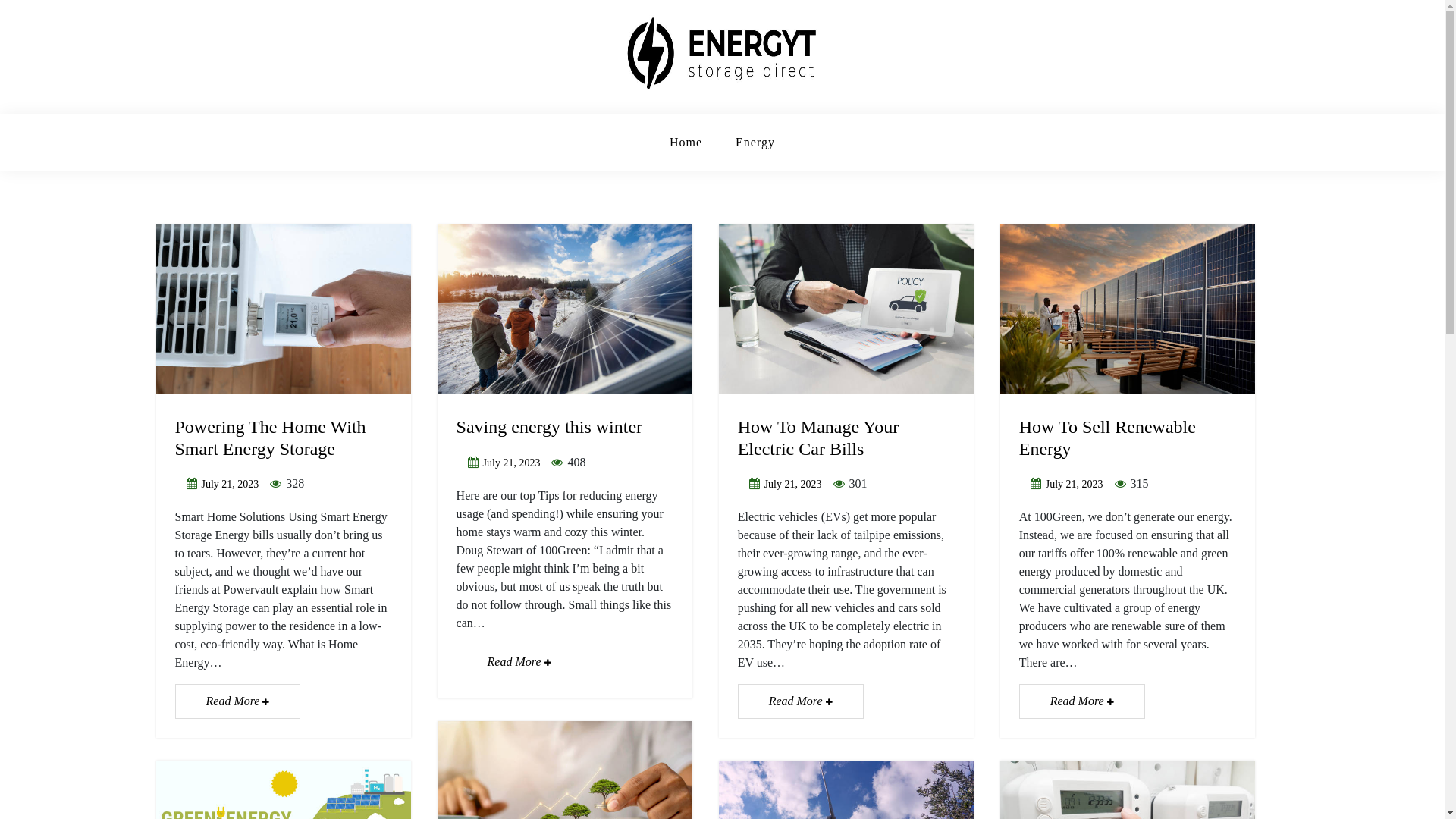 This screenshot has width=1456, height=819. What do you see at coordinates (755, 143) in the screenshot?
I see `'Energy'` at bounding box center [755, 143].